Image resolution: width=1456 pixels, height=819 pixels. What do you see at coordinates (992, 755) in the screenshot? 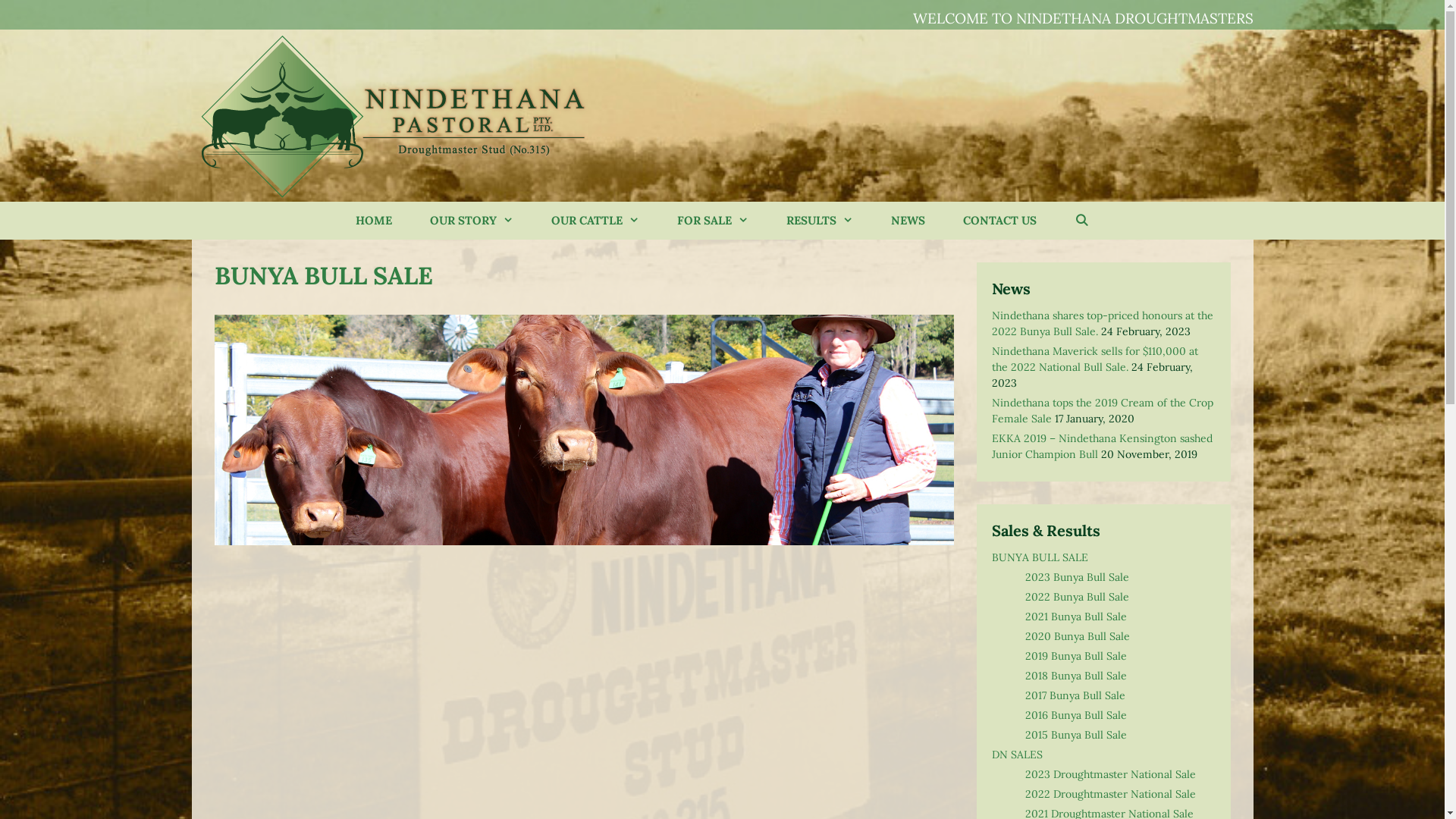
I see `'DN SALES'` at bounding box center [992, 755].